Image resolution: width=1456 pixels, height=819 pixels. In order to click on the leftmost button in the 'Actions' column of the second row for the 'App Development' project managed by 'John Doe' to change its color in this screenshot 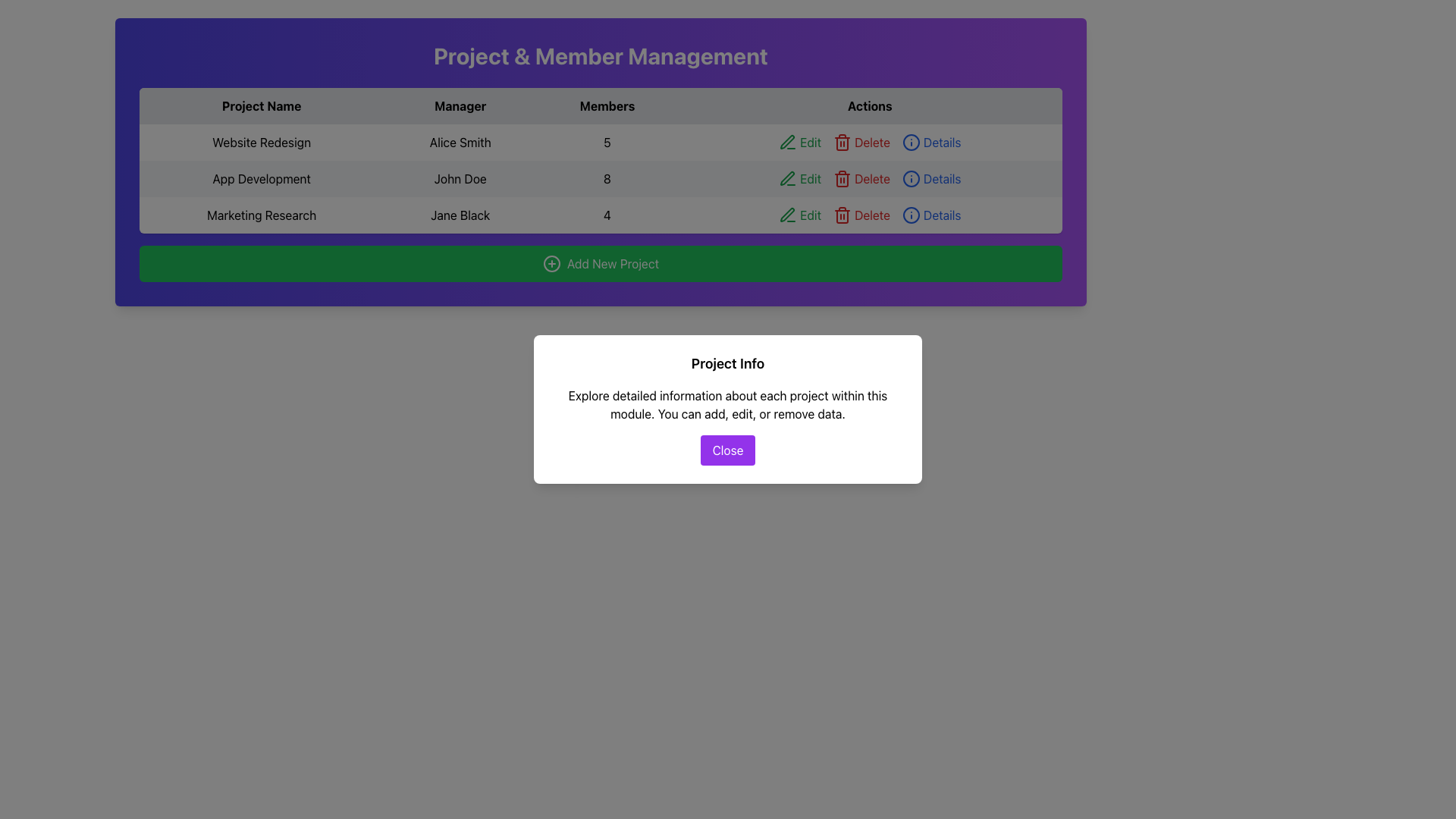, I will do `click(799, 177)`.